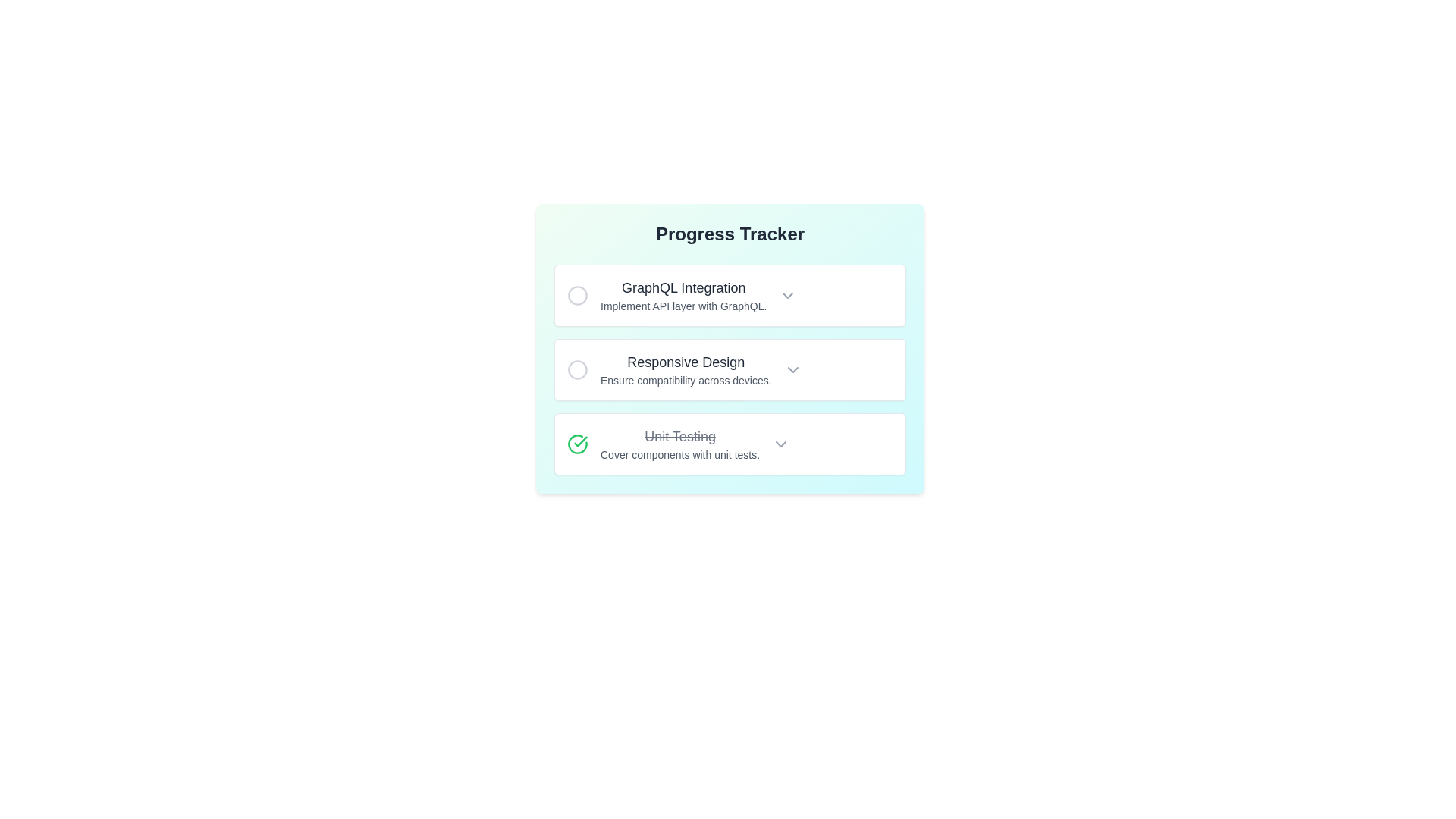 Image resolution: width=1456 pixels, height=819 pixels. I want to click on the checkbox located at the top left corner of the card containing the text 'GraphQL Integration', so click(577, 295).